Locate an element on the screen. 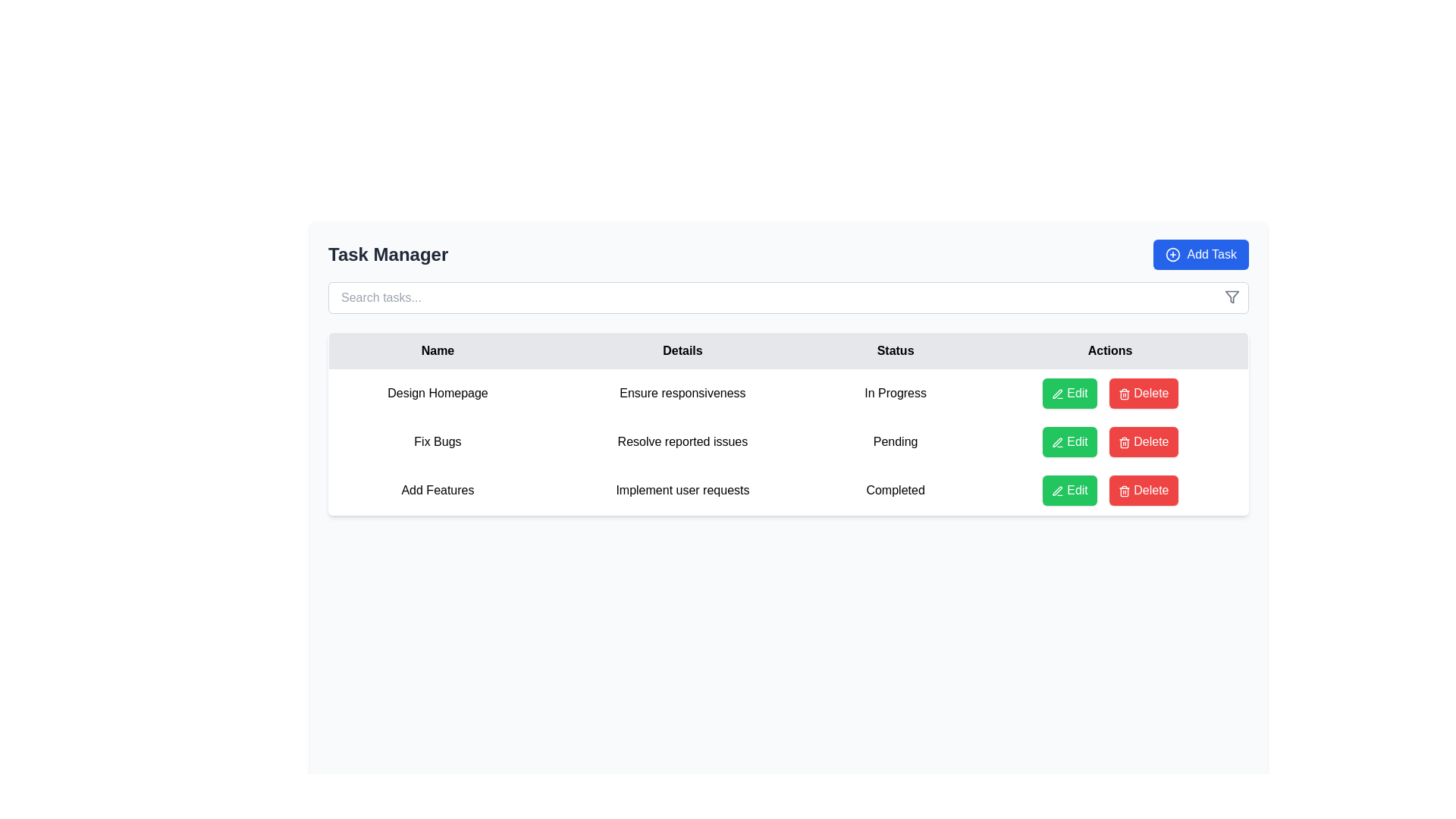  the delete button located on the rightmost side of a row within the table's 'Actions' column, next to the green 'Edit' button is located at coordinates (1144, 393).